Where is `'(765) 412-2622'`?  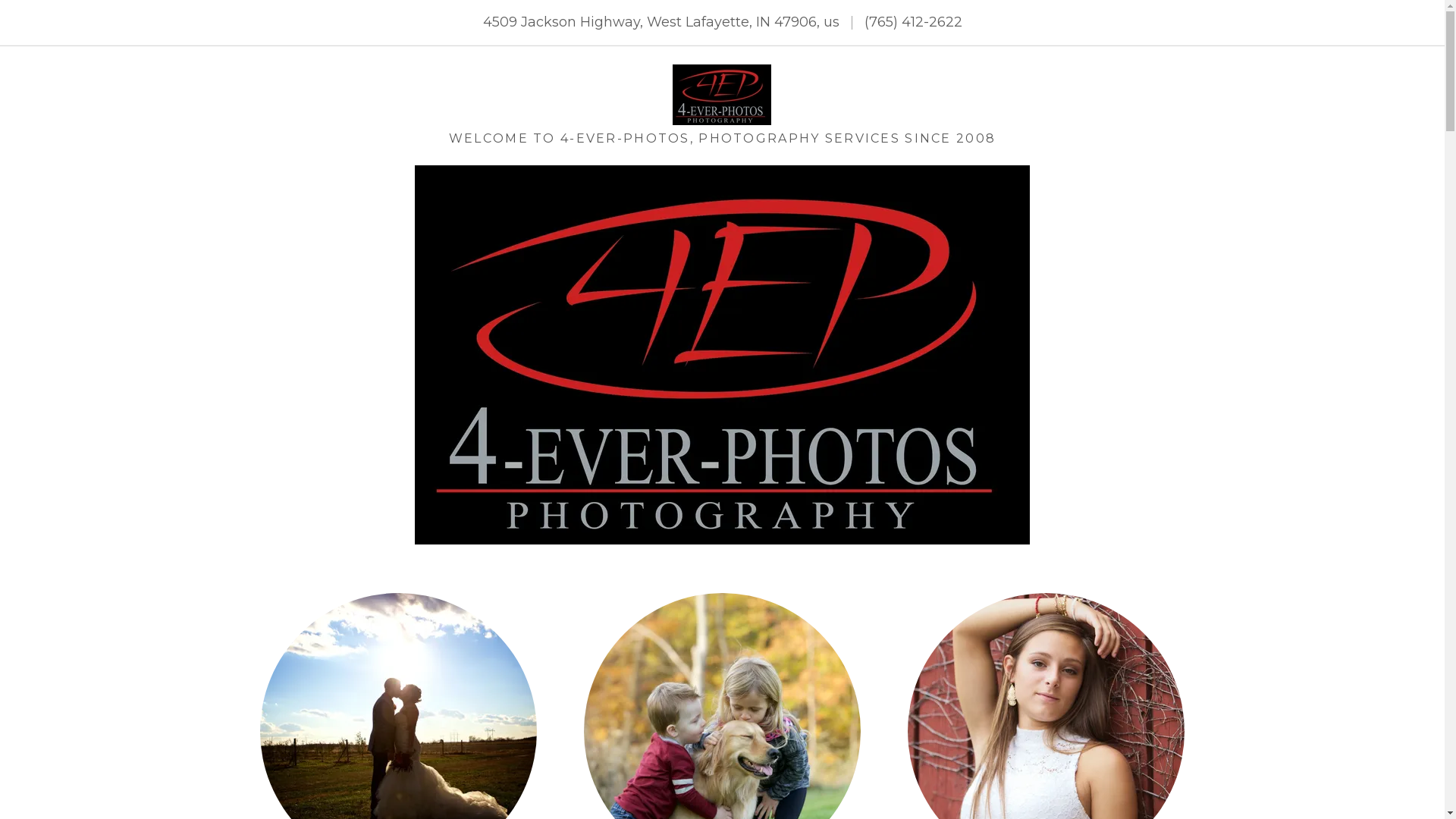
'(765) 412-2622' is located at coordinates (912, 22).